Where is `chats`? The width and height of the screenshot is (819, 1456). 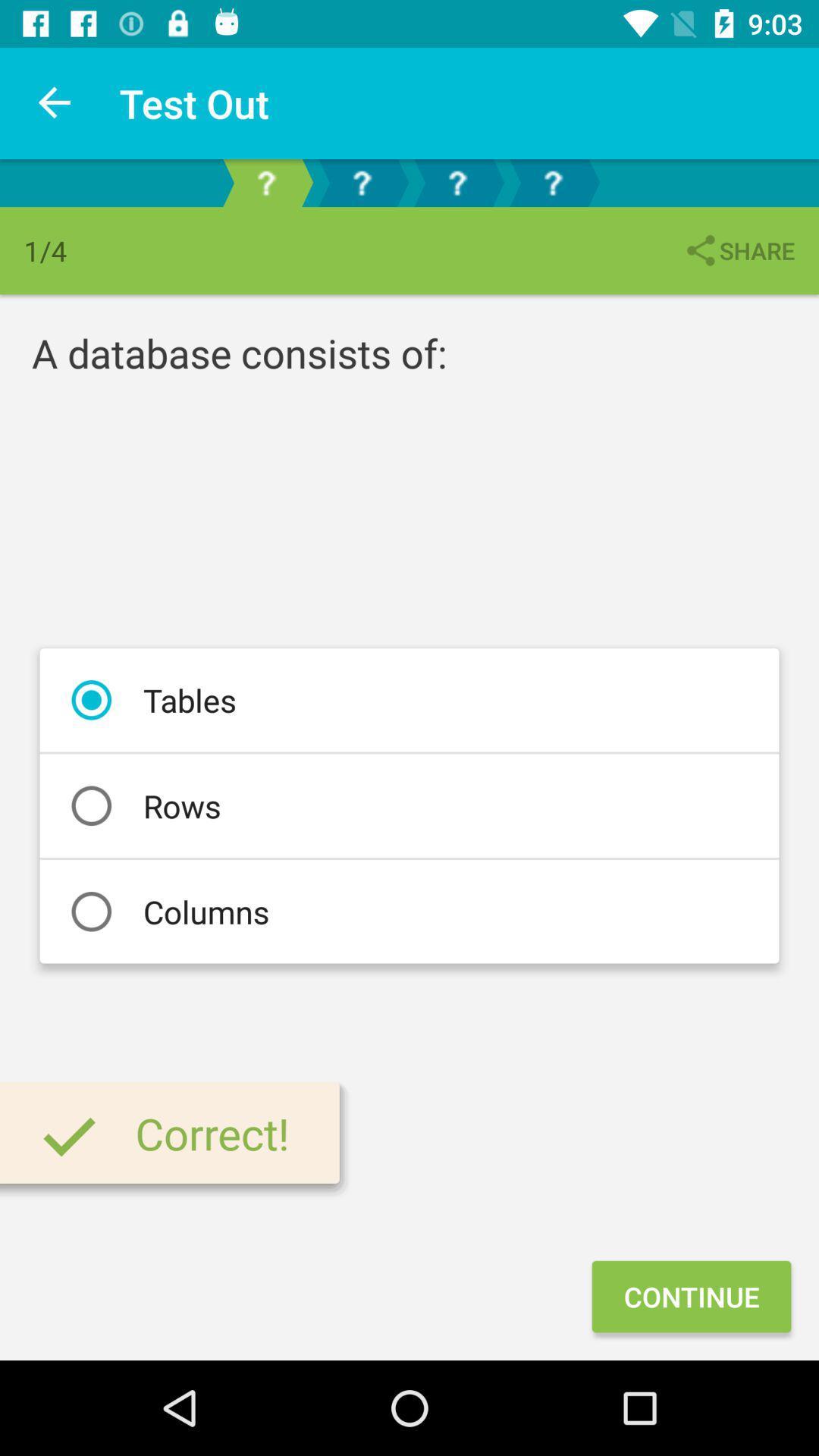
chats is located at coordinates (362, 182).